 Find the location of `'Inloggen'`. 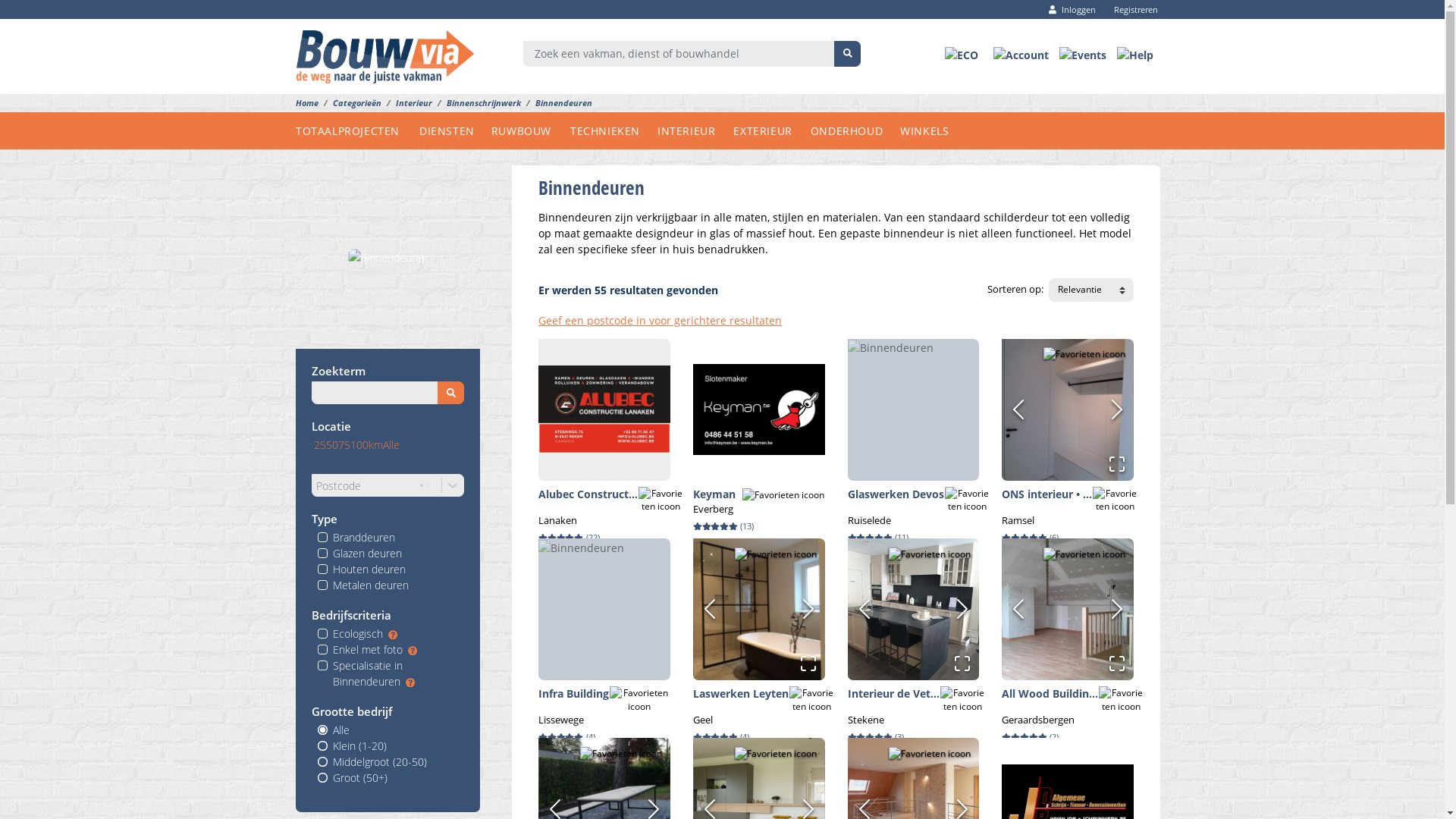

'Inloggen' is located at coordinates (1072, 9).